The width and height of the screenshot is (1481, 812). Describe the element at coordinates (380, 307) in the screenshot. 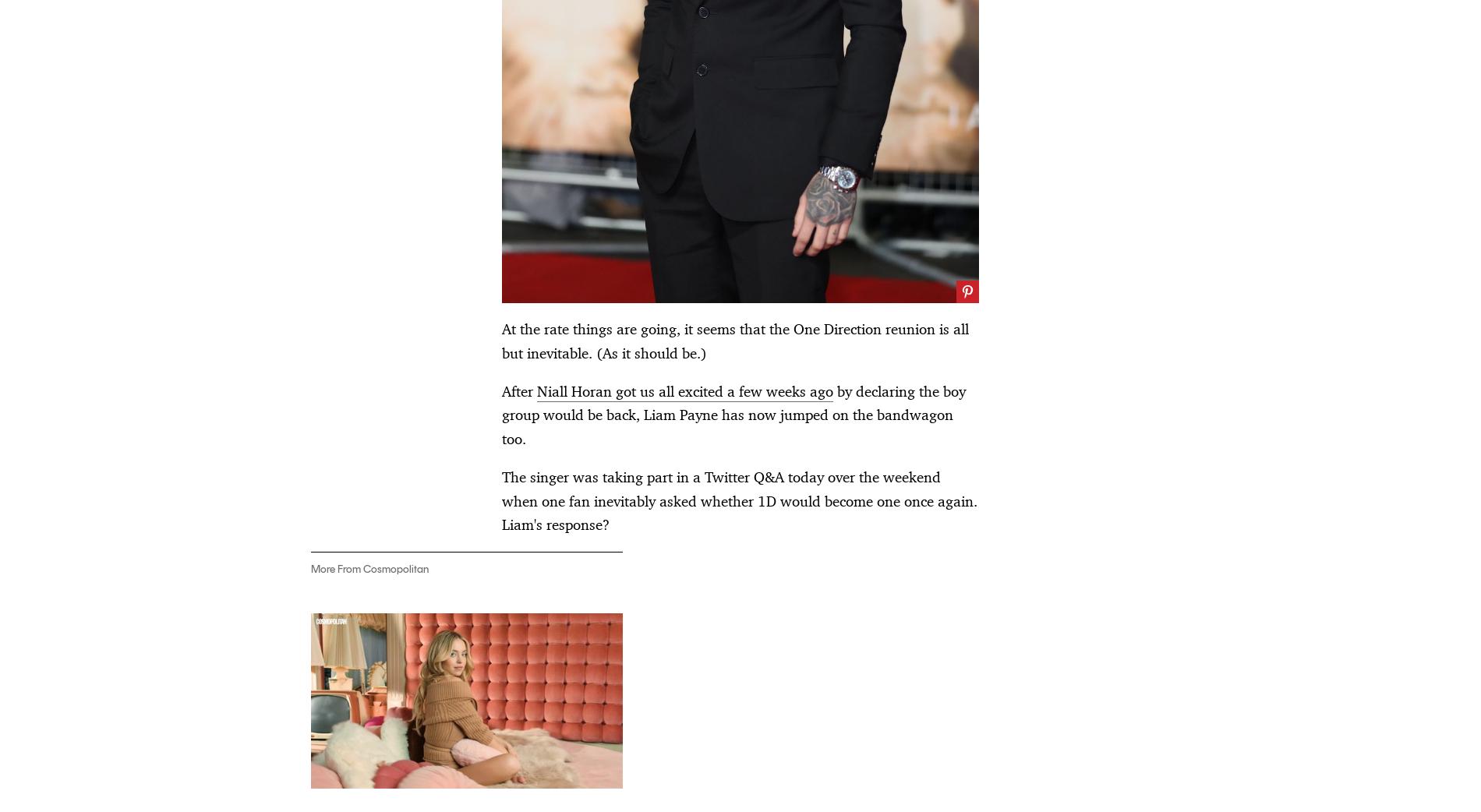

I see `'North West Told Kendall Kim Hated Her Outfit 😂'` at that location.